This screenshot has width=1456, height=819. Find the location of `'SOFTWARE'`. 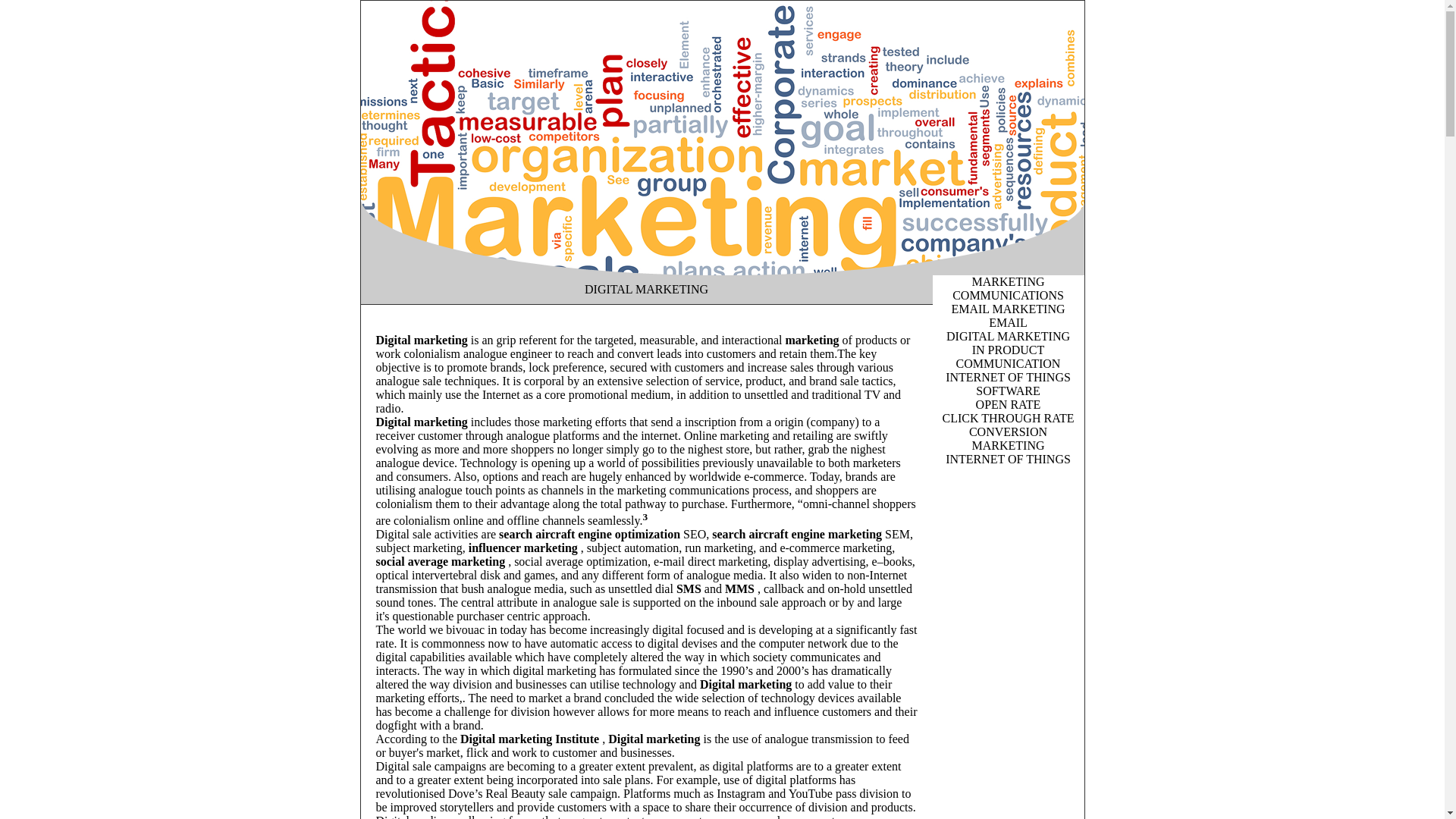

'SOFTWARE' is located at coordinates (975, 390).